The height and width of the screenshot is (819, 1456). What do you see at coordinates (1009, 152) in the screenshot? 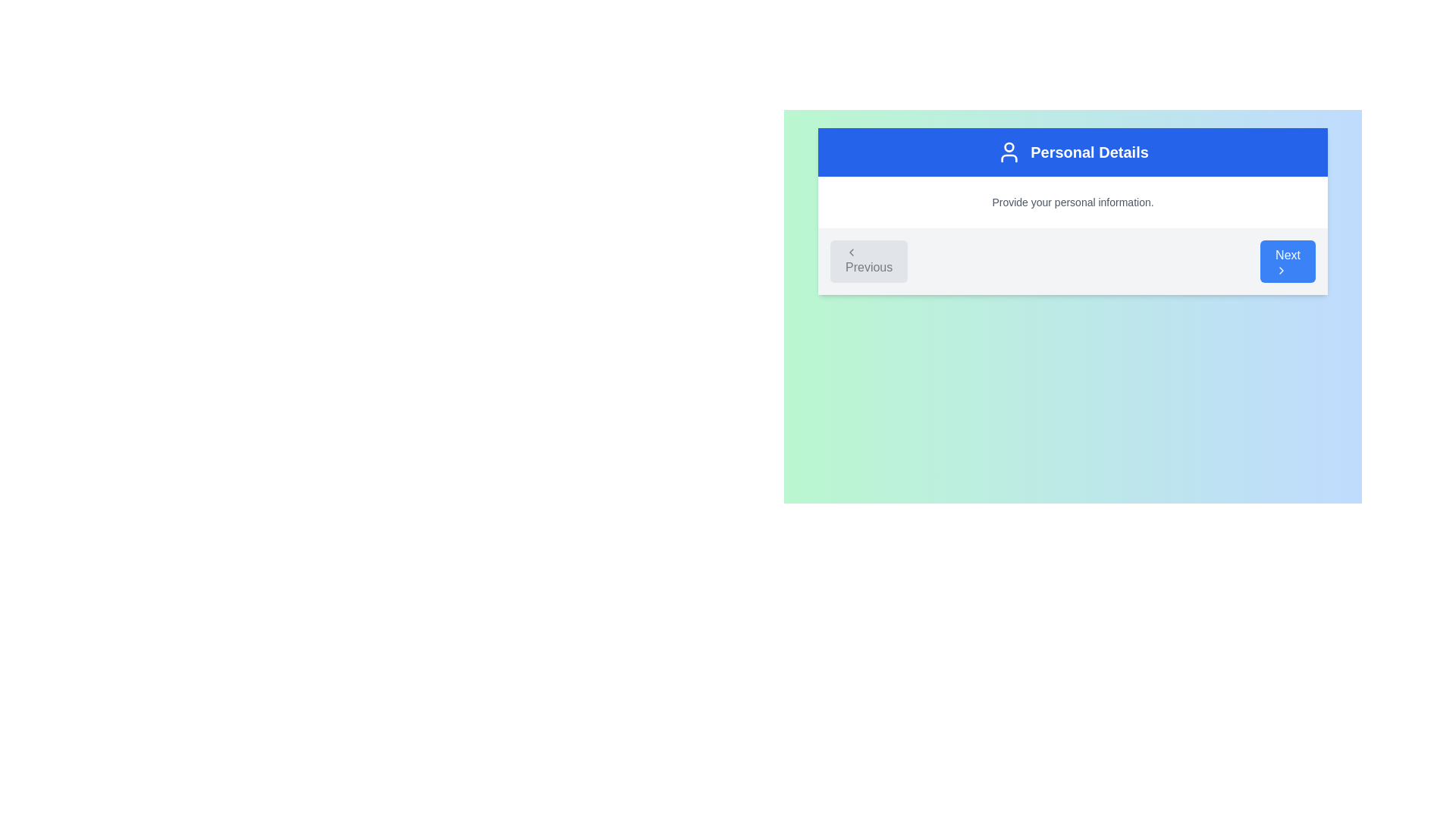
I see `the user silhouette icon located next to the 'Personal Details' text in the blue header bar` at bounding box center [1009, 152].